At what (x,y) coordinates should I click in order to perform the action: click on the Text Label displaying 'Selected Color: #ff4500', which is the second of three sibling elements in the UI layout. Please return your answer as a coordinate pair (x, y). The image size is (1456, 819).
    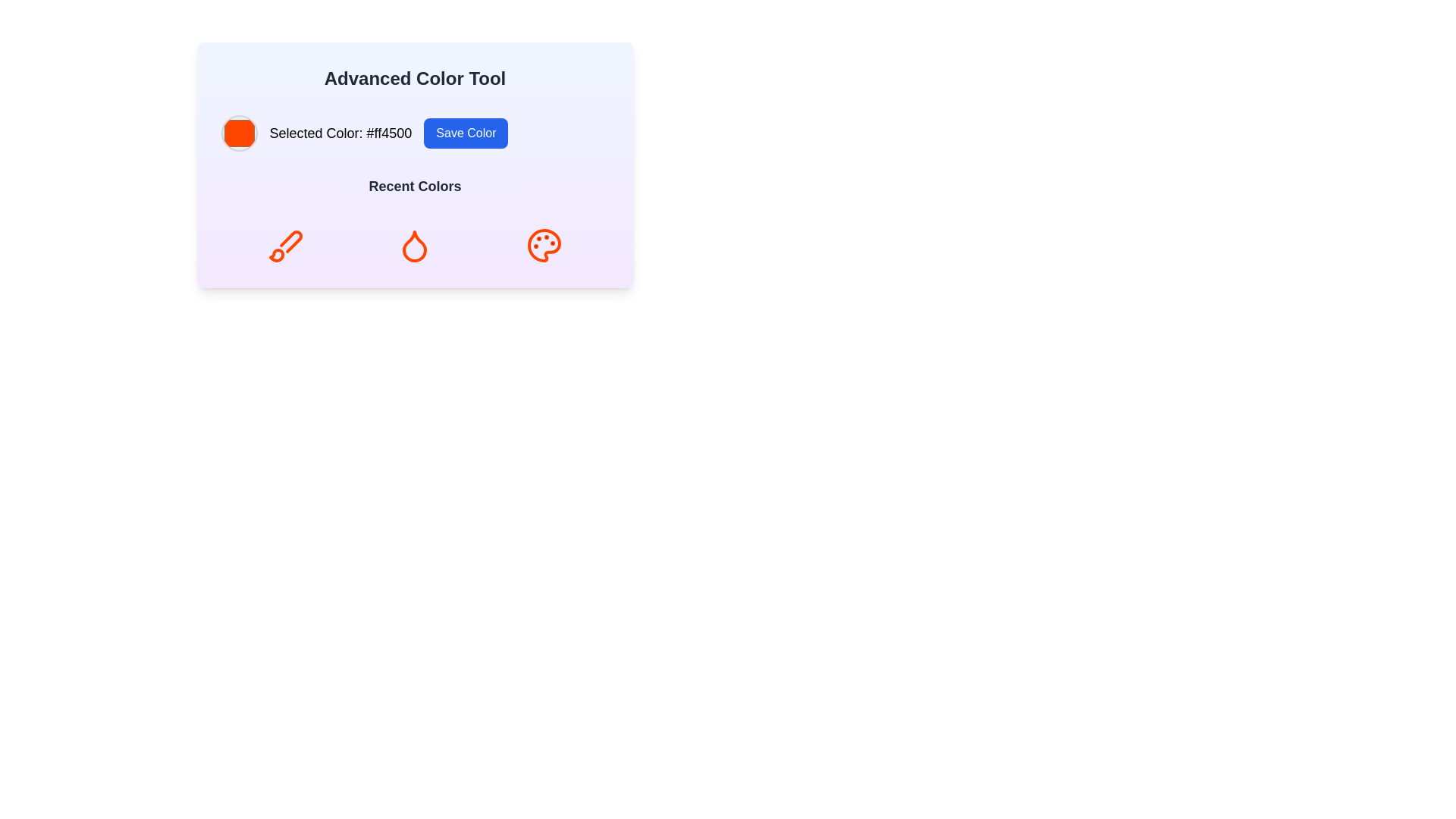
    Looking at the image, I should click on (340, 133).